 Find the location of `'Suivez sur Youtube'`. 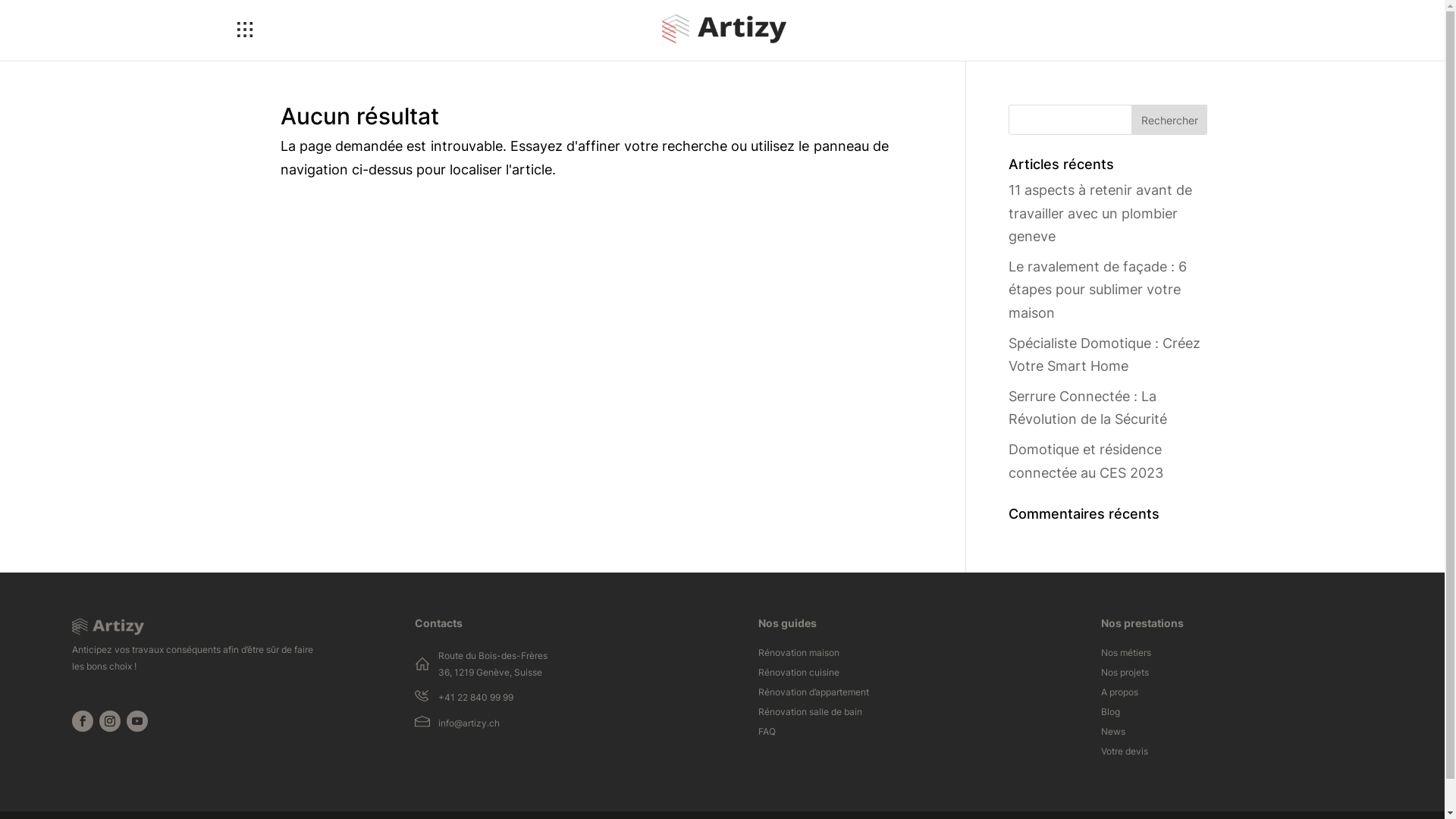

'Suivez sur Youtube' is located at coordinates (137, 720).